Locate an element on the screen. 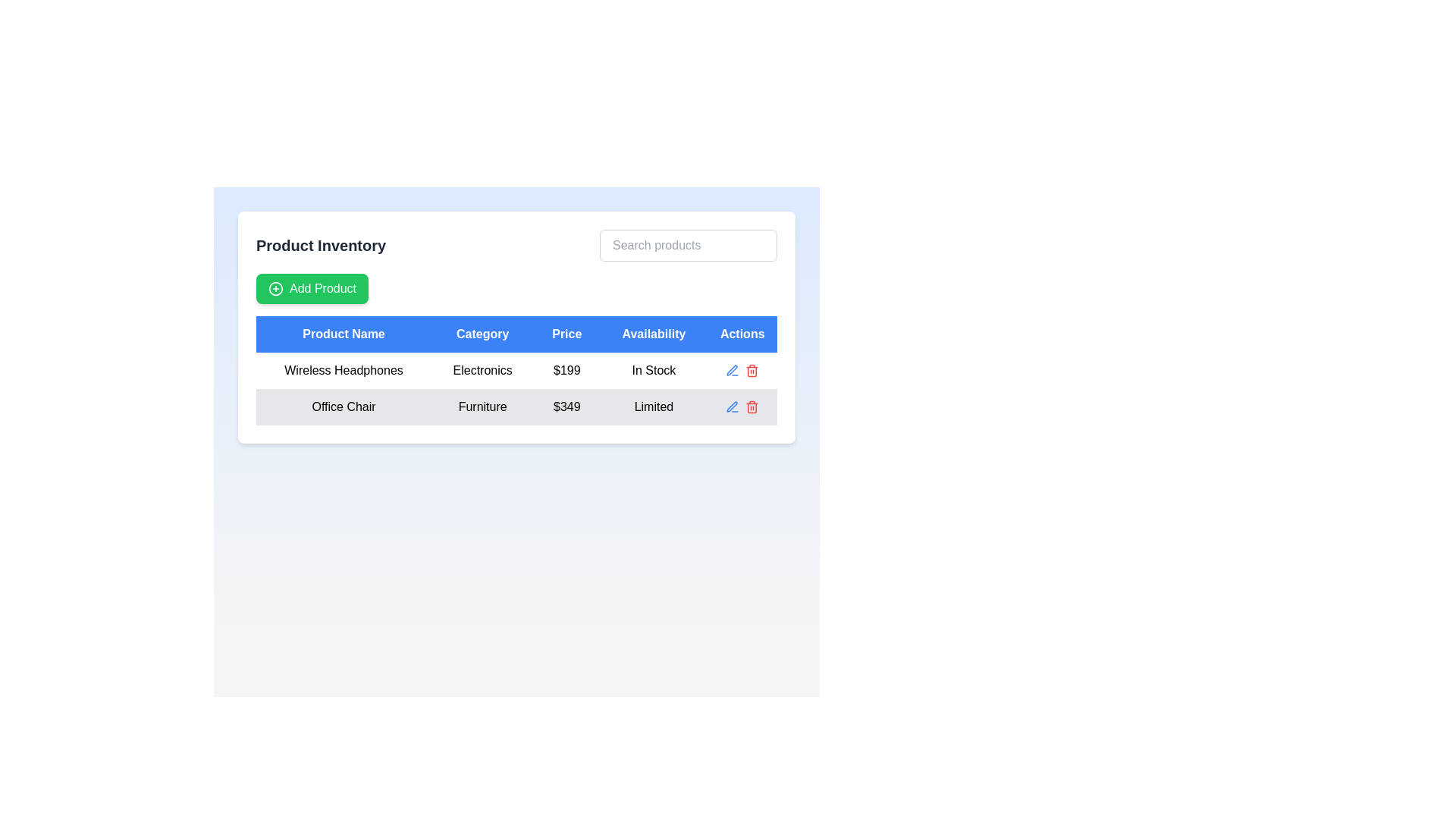 The width and height of the screenshot is (1456, 819). the blue pen icon in the Actions column of the second row of the product inventory table to initiate editing is located at coordinates (732, 371).